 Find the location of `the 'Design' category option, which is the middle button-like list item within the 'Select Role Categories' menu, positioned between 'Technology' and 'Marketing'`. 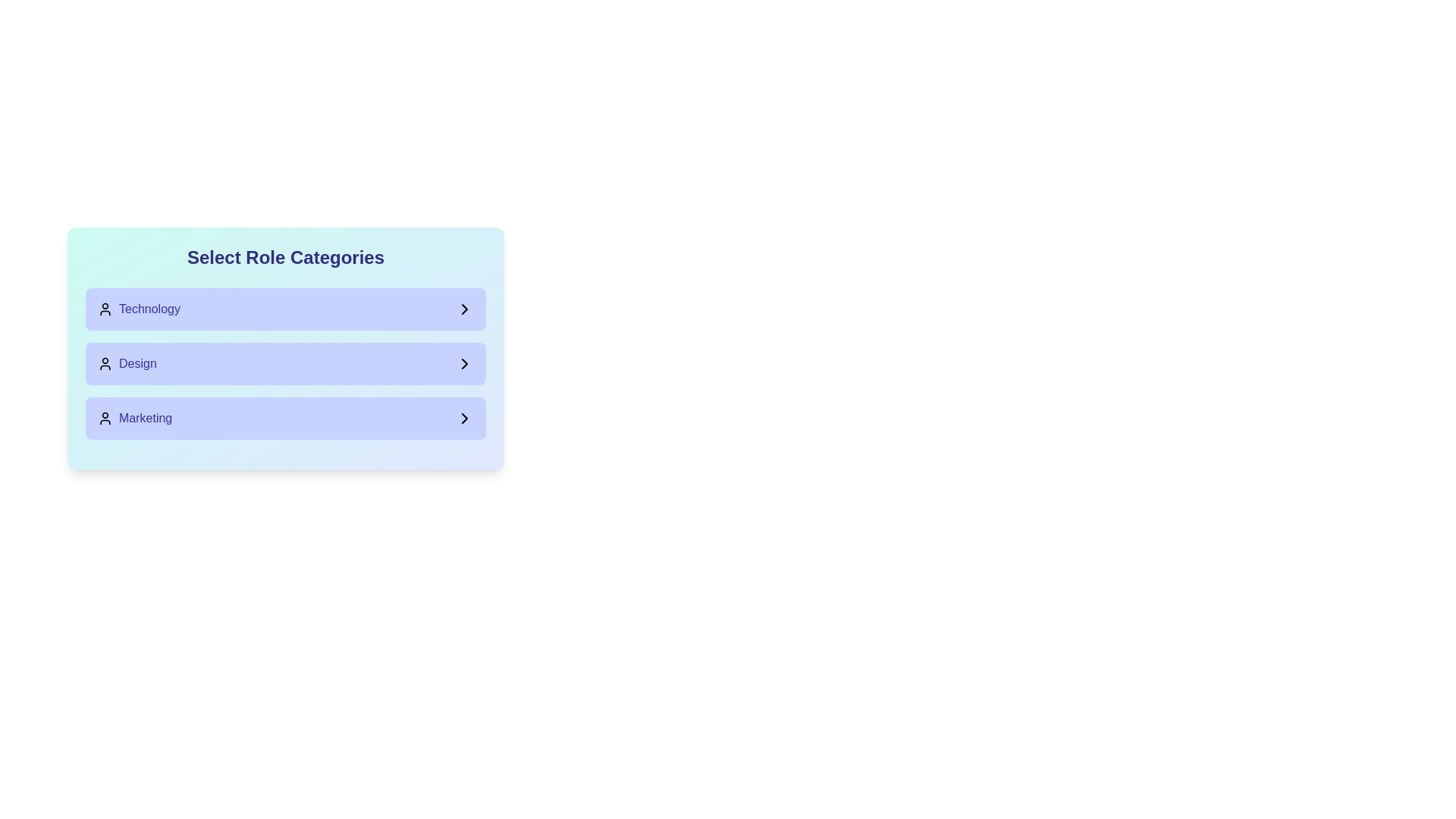

the 'Design' category option, which is the middle button-like list item within the 'Select Role Categories' menu, positioned between 'Technology' and 'Marketing' is located at coordinates (286, 363).